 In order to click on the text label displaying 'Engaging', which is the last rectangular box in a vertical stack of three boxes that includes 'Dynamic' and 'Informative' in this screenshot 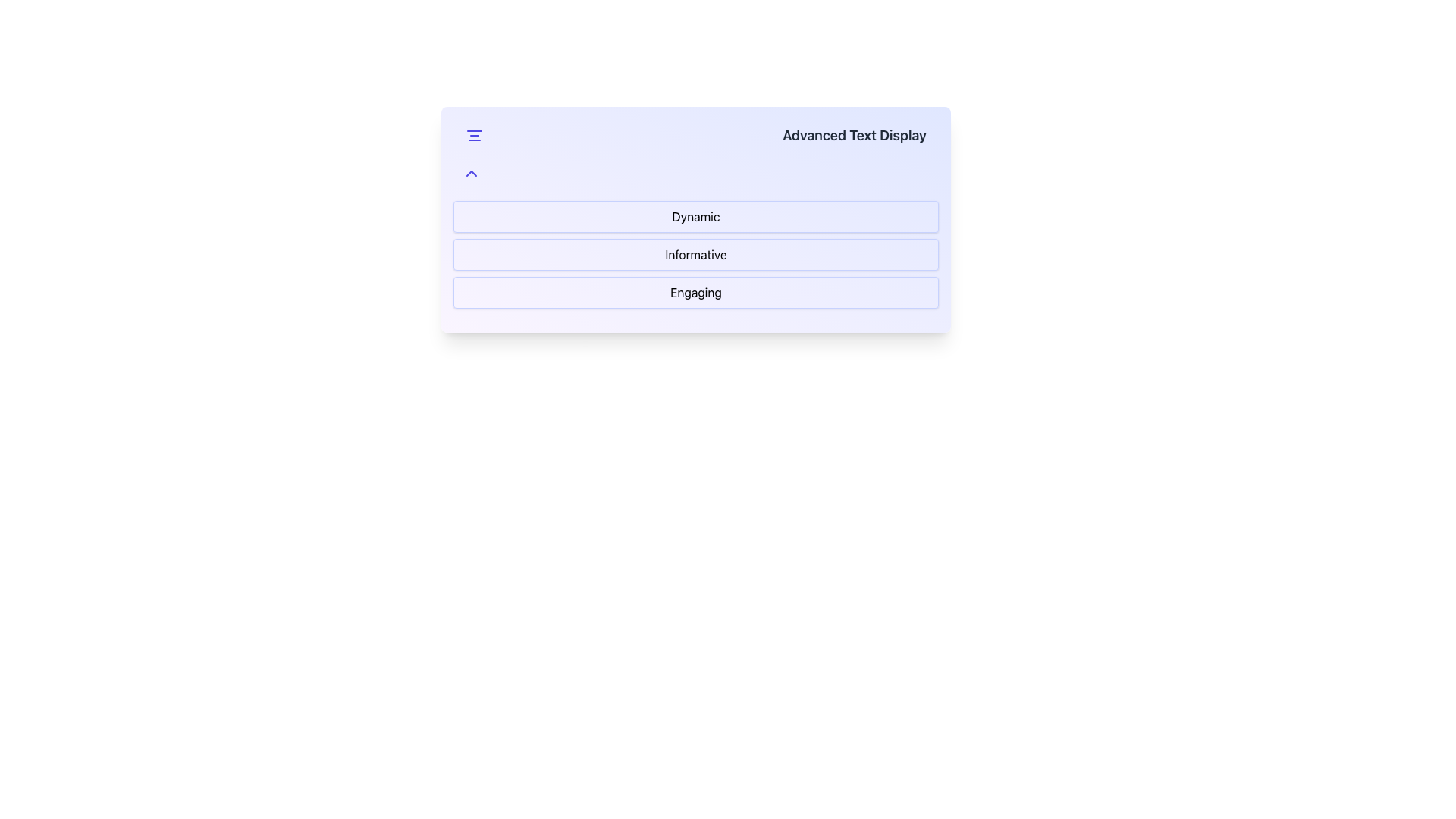, I will do `click(695, 292)`.